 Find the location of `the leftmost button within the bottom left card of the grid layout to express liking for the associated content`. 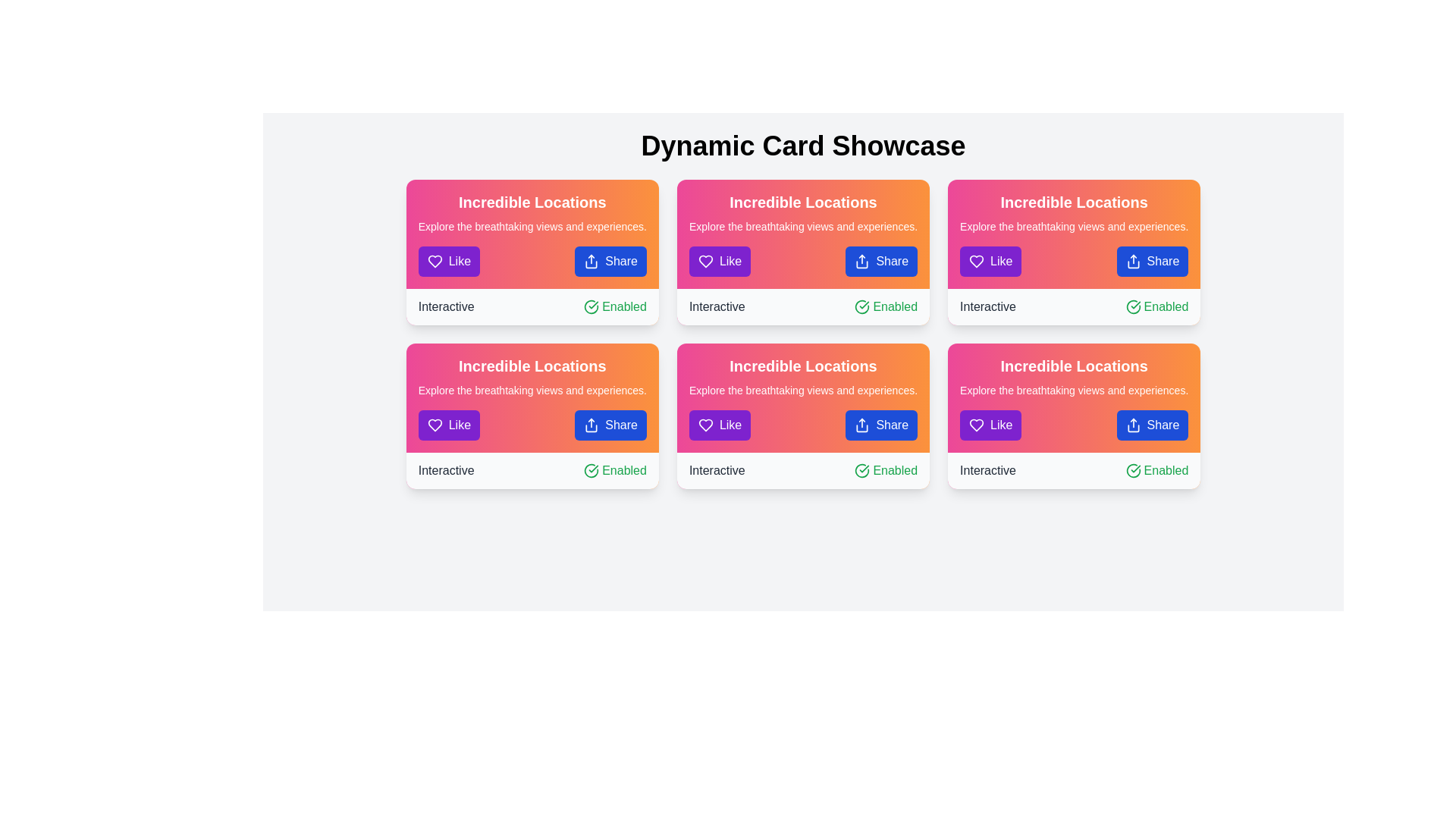

the leftmost button within the bottom left card of the grid layout to express liking for the associated content is located at coordinates (448, 425).